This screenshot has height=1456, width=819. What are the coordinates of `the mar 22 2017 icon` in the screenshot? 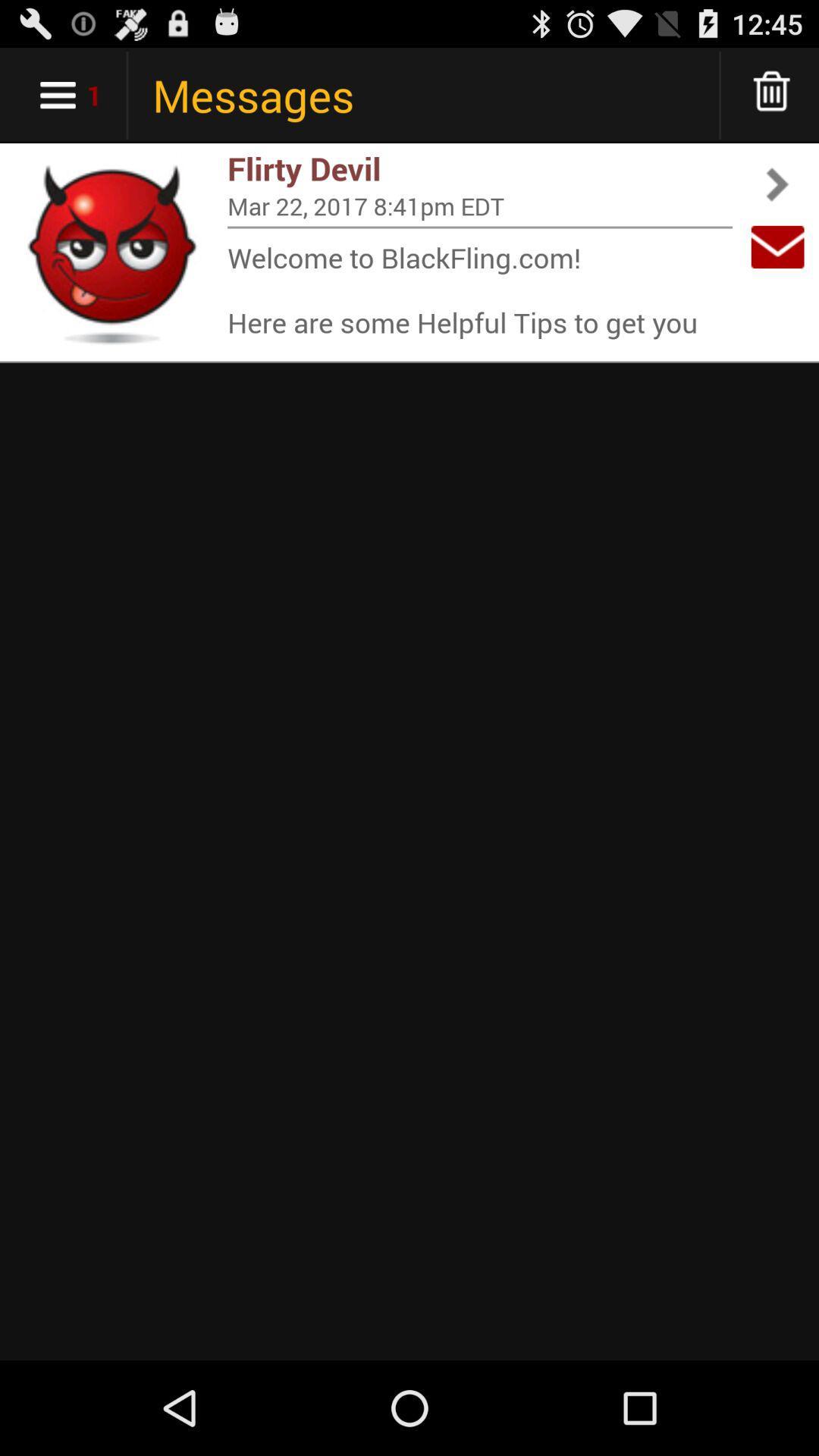 It's located at (479, 205).